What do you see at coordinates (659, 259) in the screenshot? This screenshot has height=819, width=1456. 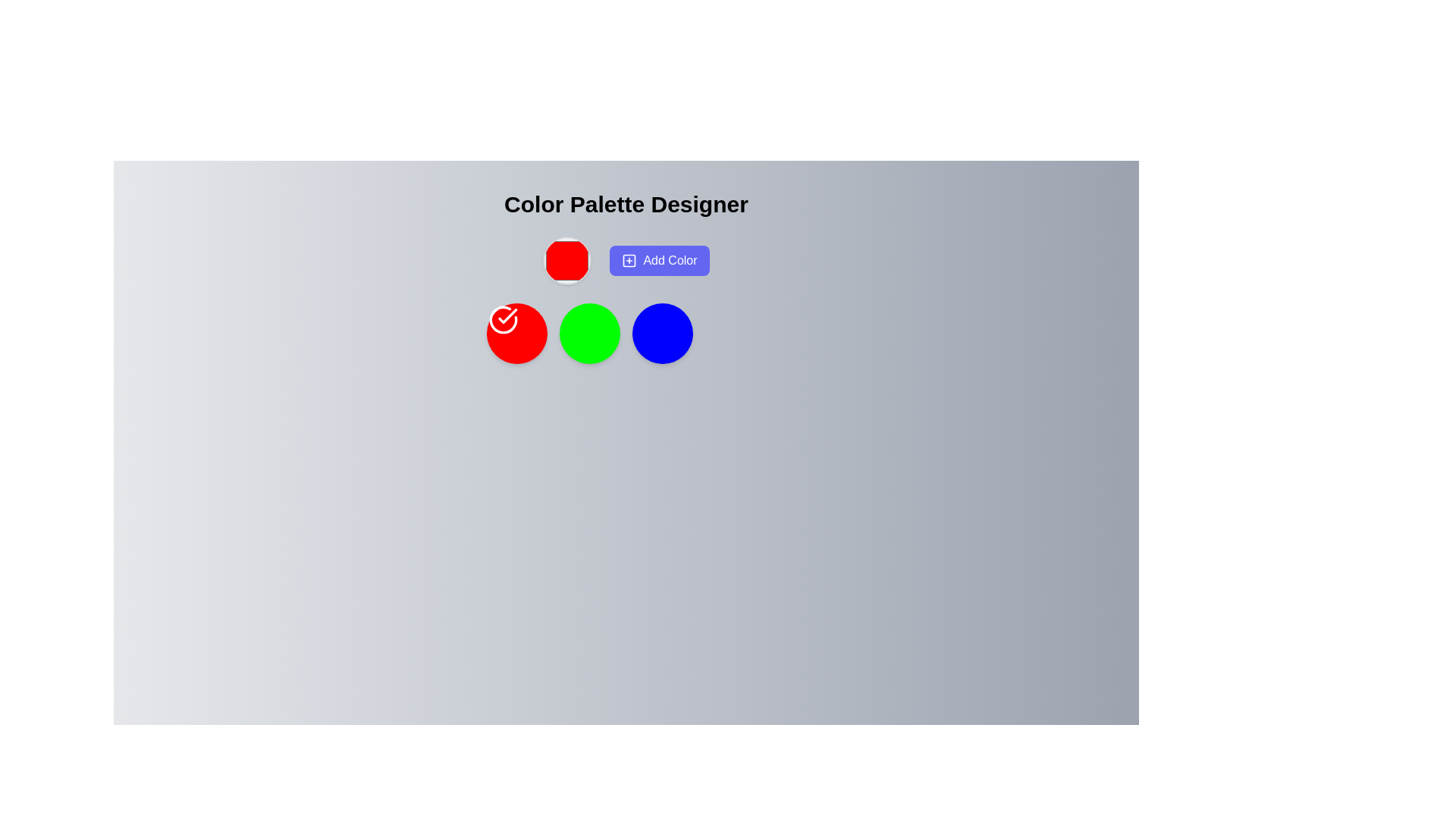 I see `the 'Add Color' button with rounded corners and an indigo background` at bounding box center [659, 259].